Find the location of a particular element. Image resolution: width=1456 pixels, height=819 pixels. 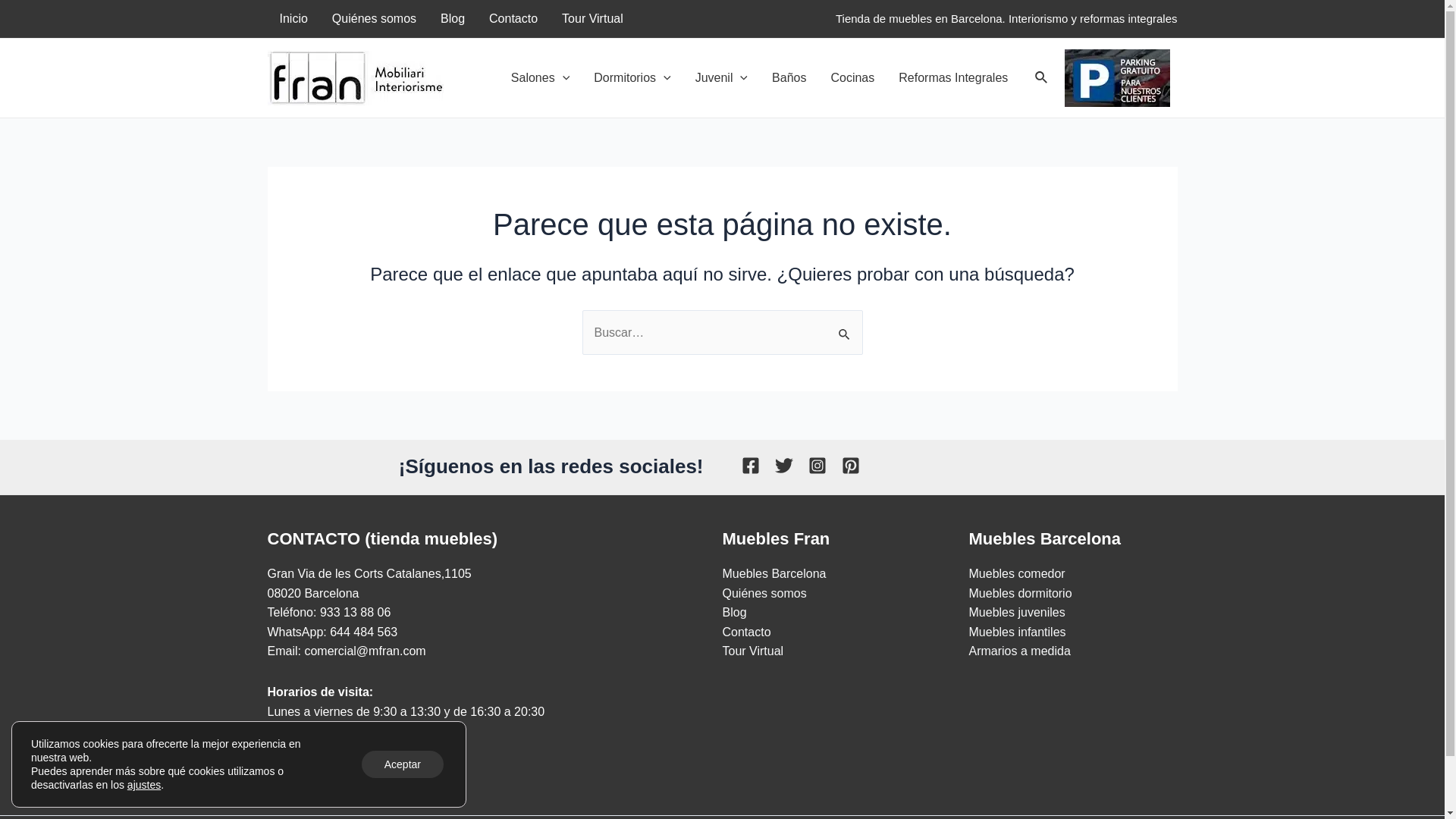

'Inicio' is located at coordinates (293, 18).